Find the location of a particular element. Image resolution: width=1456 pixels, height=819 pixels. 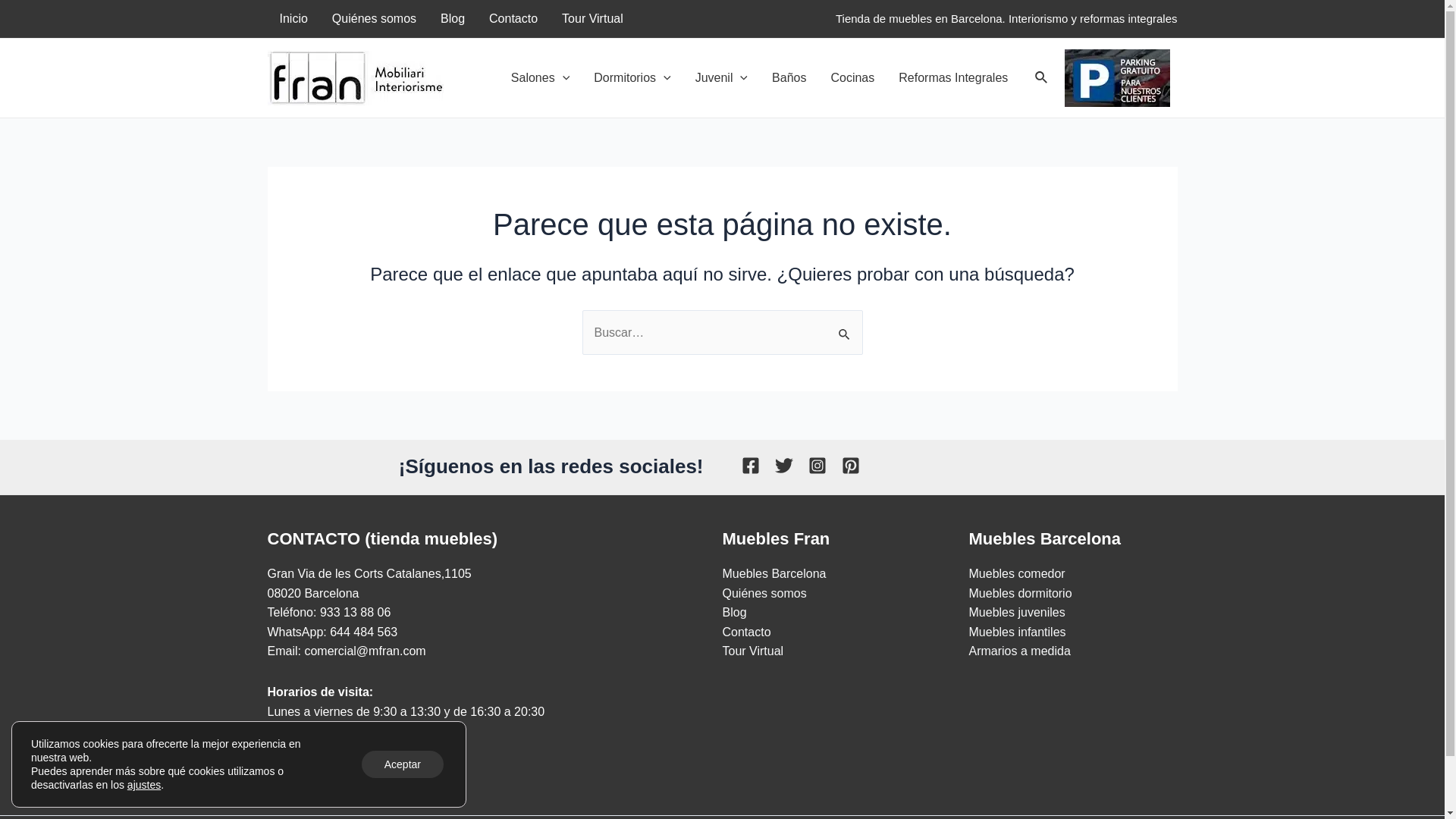

'Inicio' is located at coordinates (293, 18).